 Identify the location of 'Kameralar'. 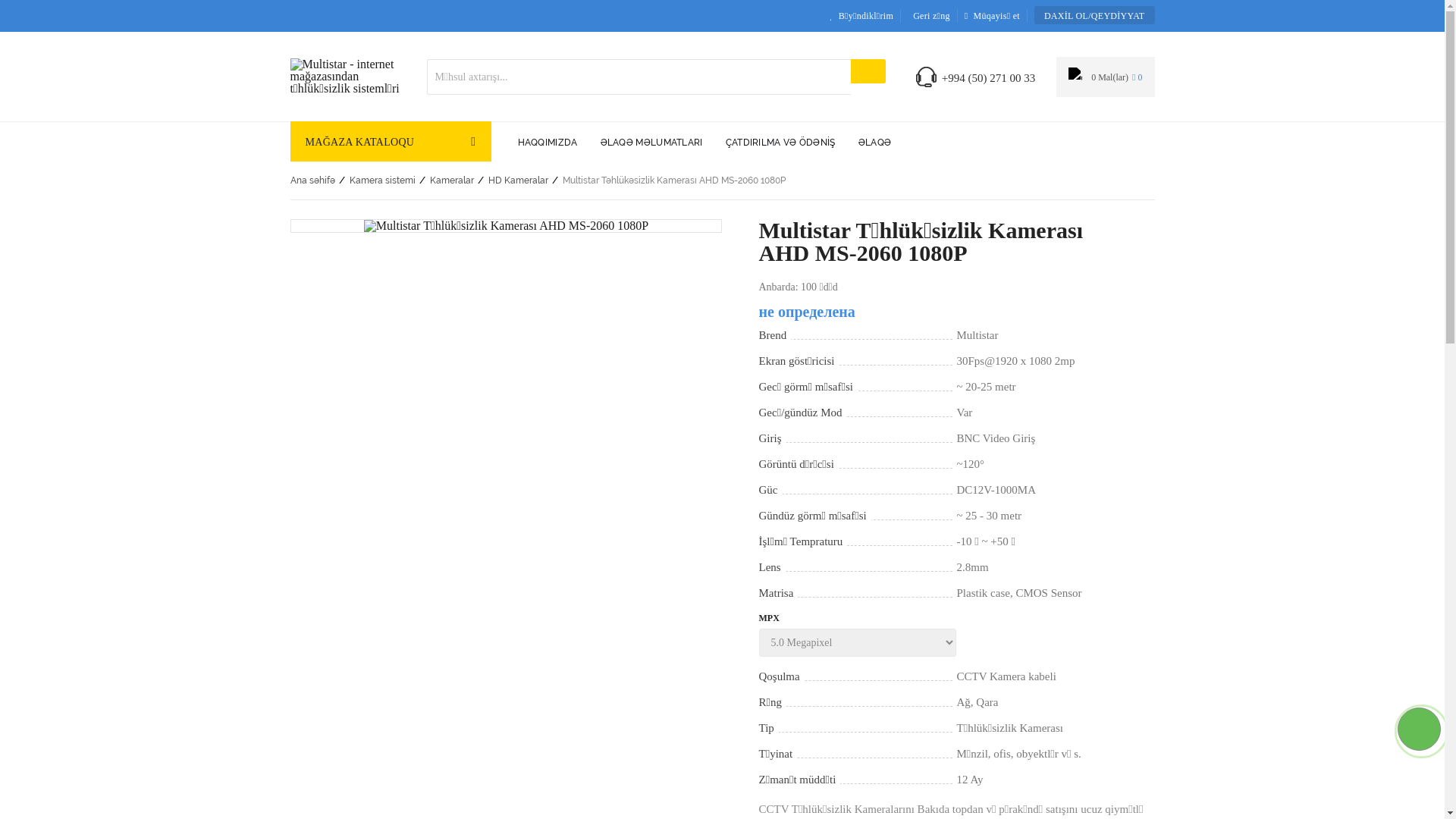
(450, 180).